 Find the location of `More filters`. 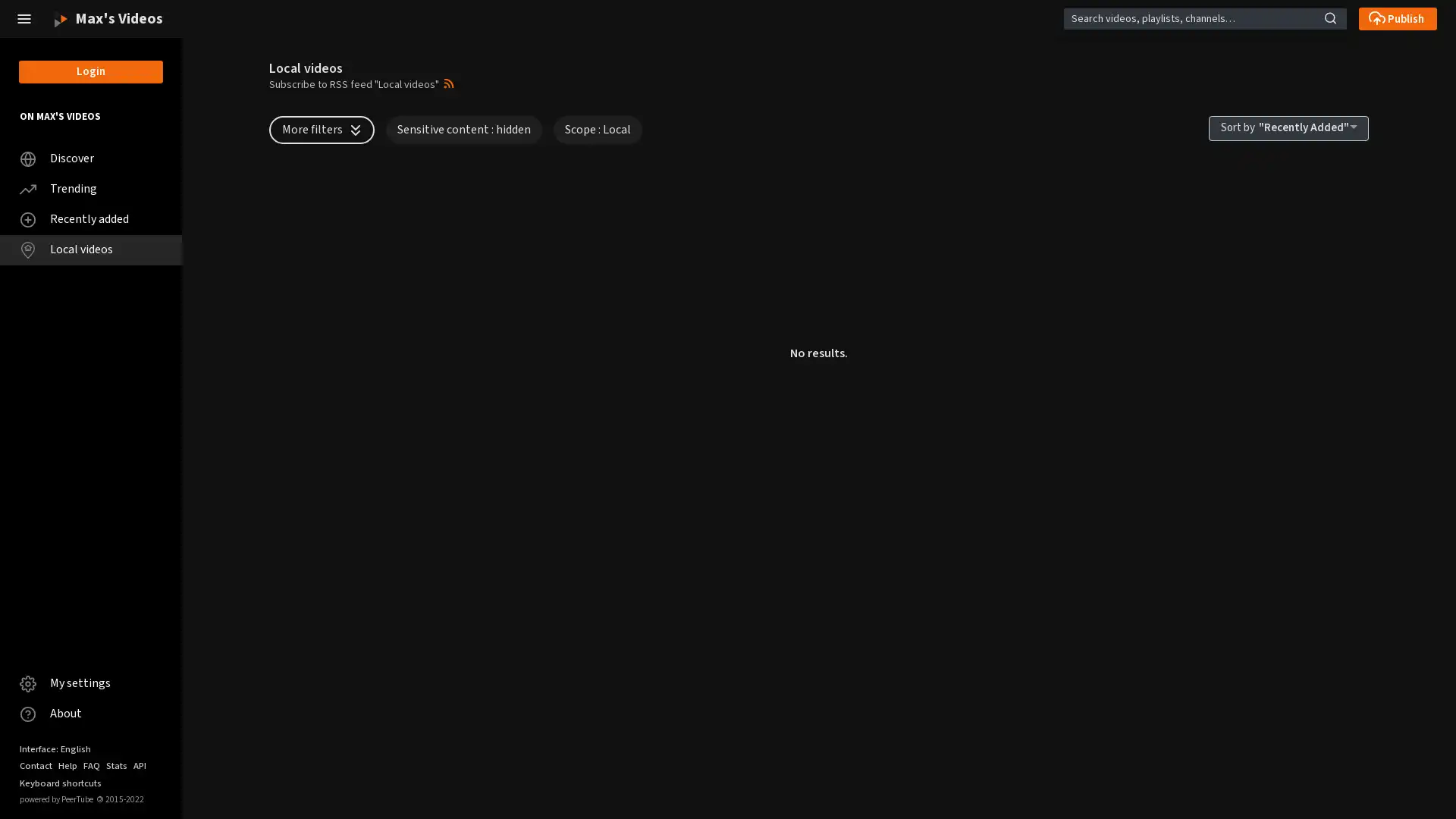

More filters is located at coordinates (321, 128).